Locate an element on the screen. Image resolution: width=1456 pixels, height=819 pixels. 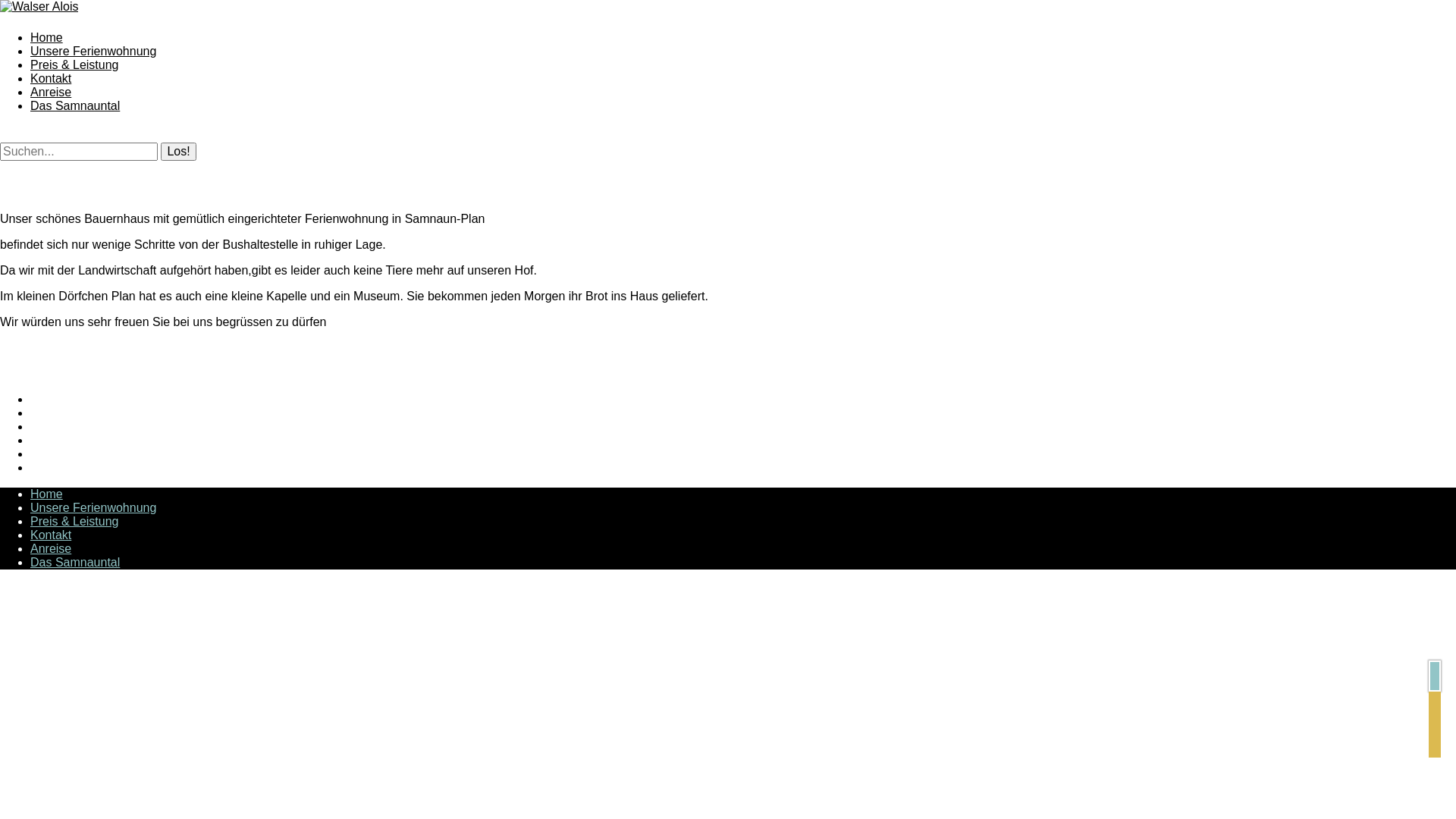
'Los!' is located at coordinates (178, 152).